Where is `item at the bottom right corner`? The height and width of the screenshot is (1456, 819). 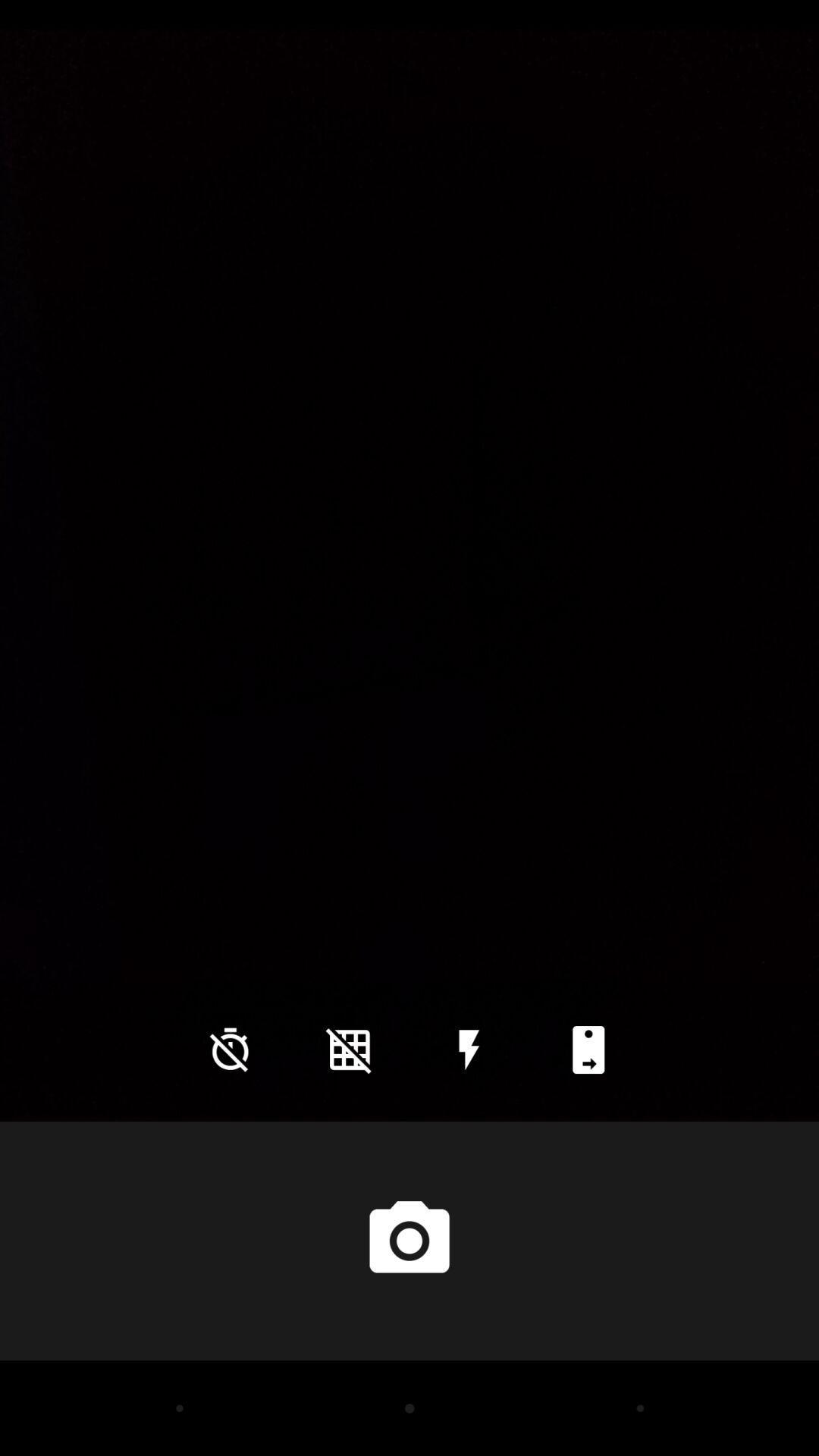
item at the bottom right corner is located at coordinates (588, 1049).